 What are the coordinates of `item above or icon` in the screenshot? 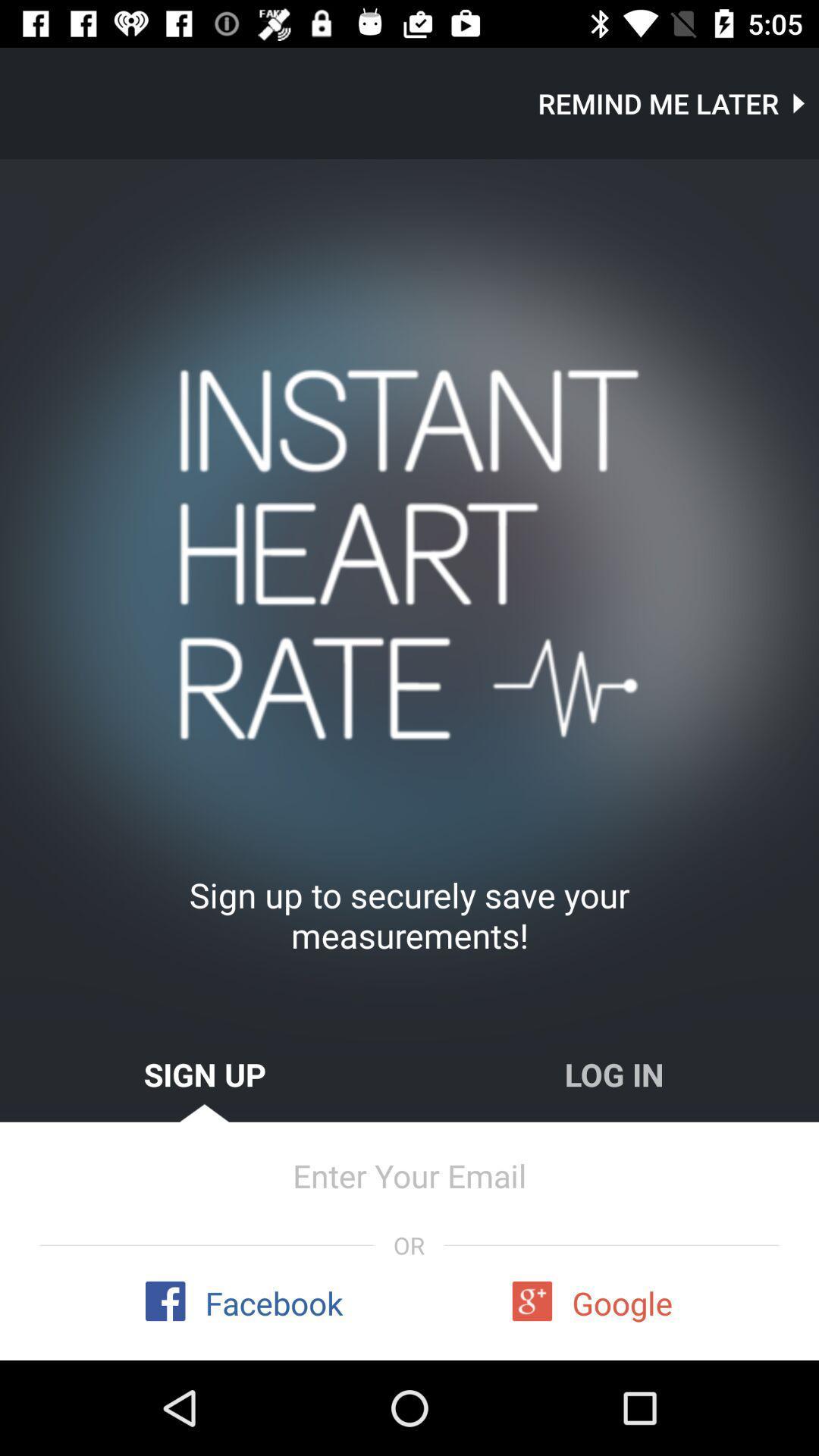 It's located at (409, 1175).